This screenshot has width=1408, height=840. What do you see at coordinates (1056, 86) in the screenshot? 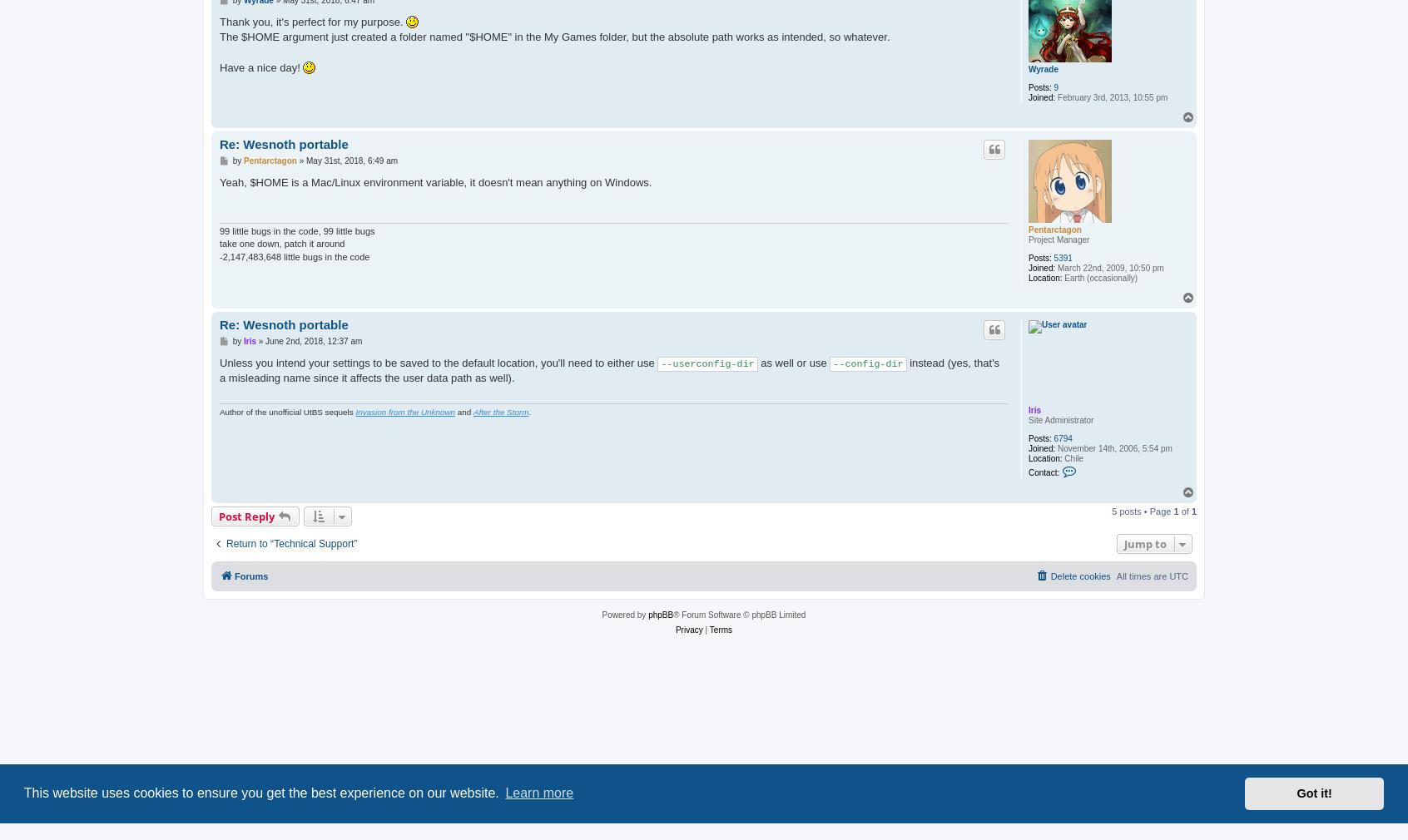
I see `'9'` at bounding box center [1056, 86].